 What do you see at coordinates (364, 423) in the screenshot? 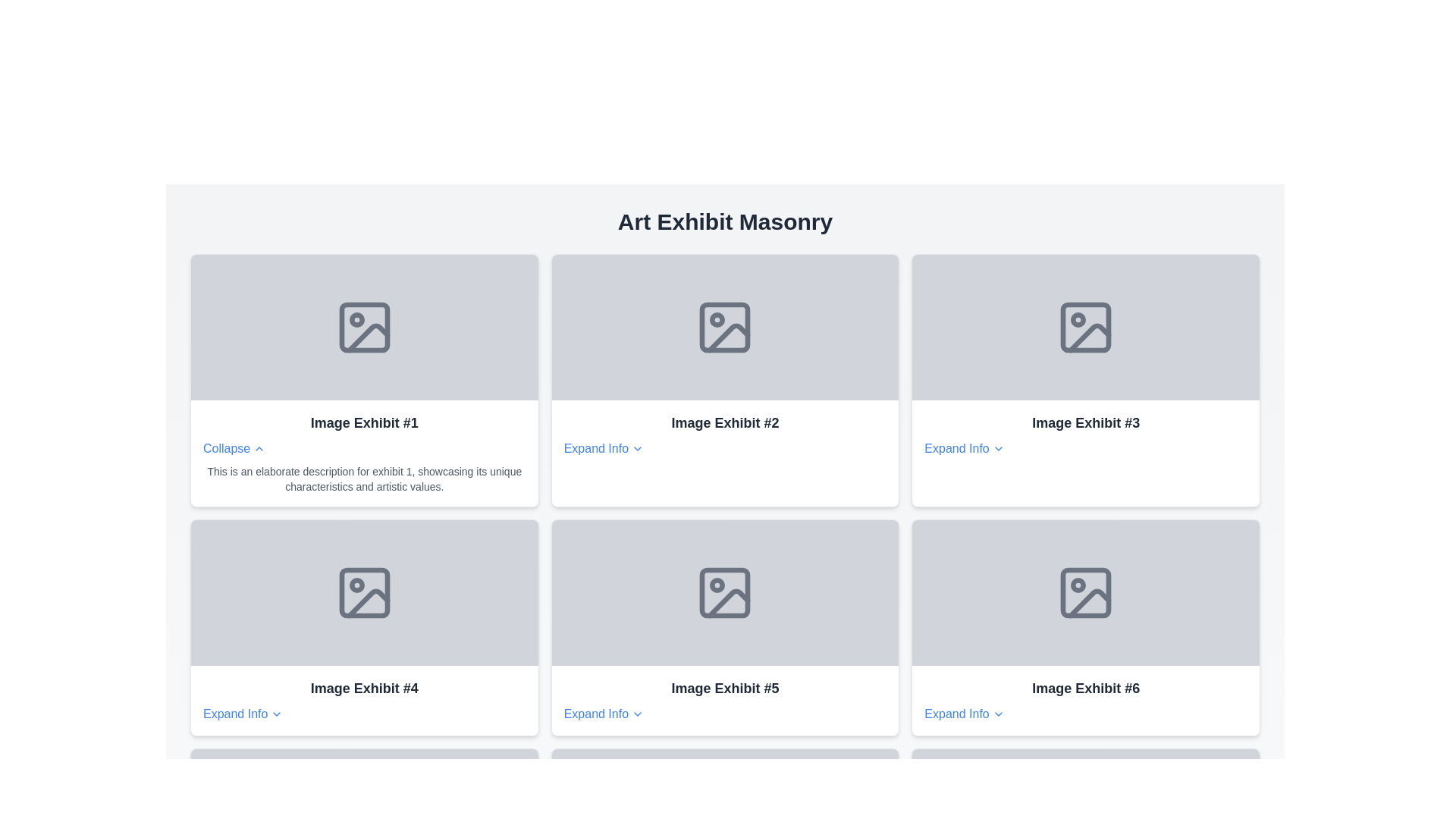
I see `the bolded gray text label reading 'Image Exhibit #1', which is positioned prominently within the first card layout directly below the image placeholder` at bounding box center [364, 423].